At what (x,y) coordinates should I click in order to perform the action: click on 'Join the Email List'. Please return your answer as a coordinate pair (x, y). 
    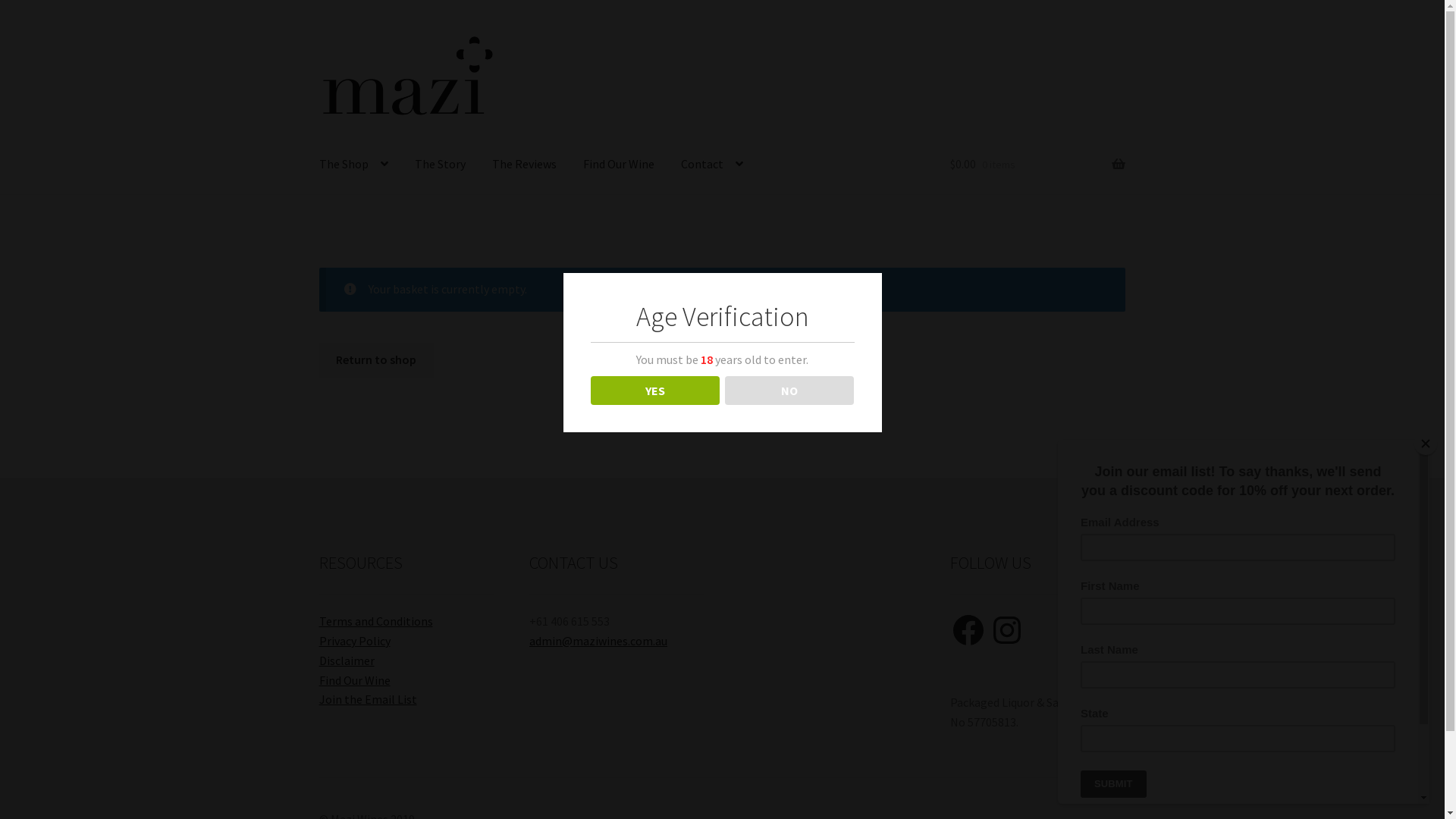
    Looking at the image, I should click on (368, 698).